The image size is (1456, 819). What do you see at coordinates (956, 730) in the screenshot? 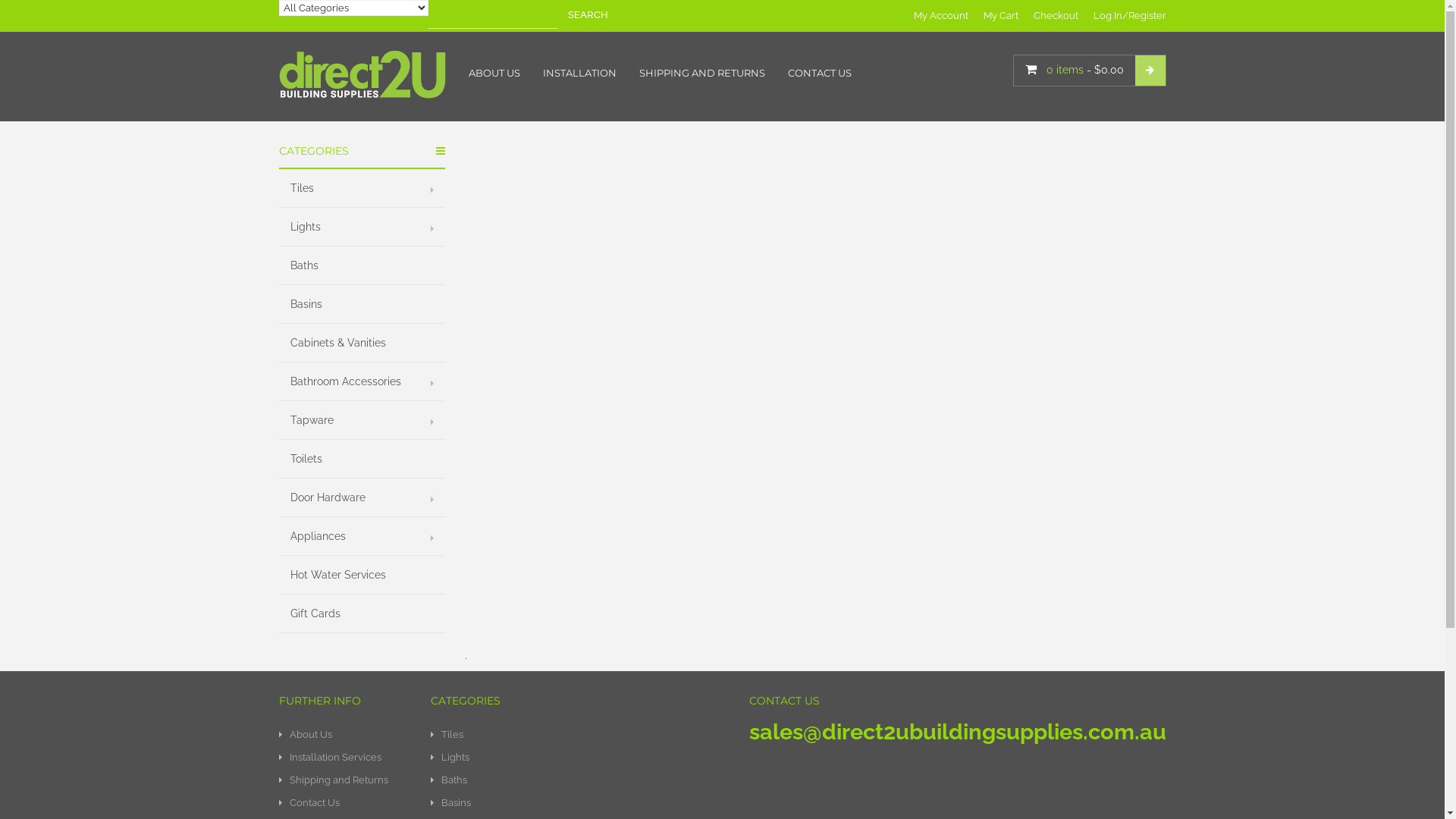
I see `'sales@direct2ubuildingsupplies.com.au'` at bounding box center [956, 730].